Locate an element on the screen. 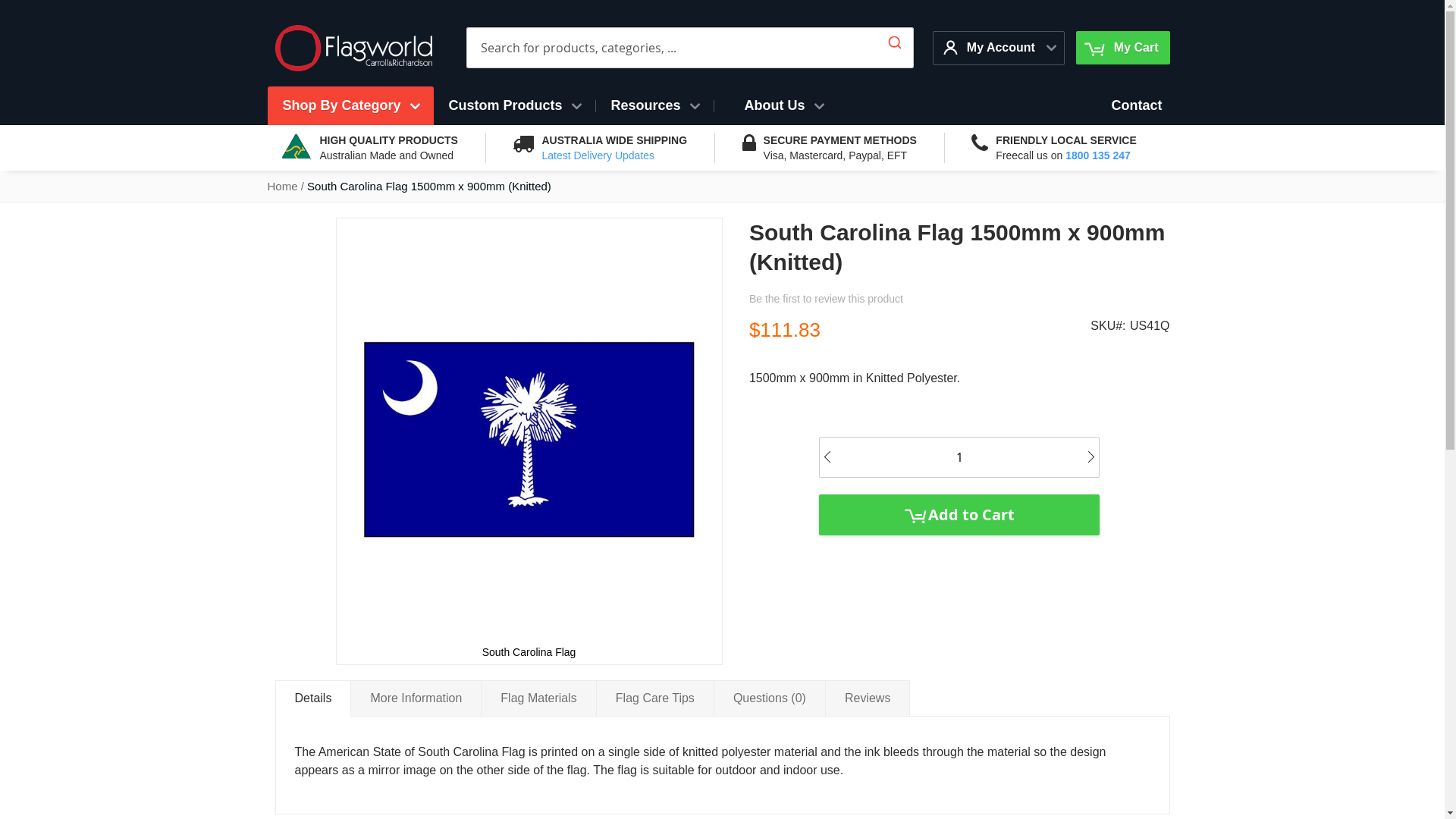 This screenshot has width=1456, height=819. 'Custom Products' is located at coordinates (432, 105).